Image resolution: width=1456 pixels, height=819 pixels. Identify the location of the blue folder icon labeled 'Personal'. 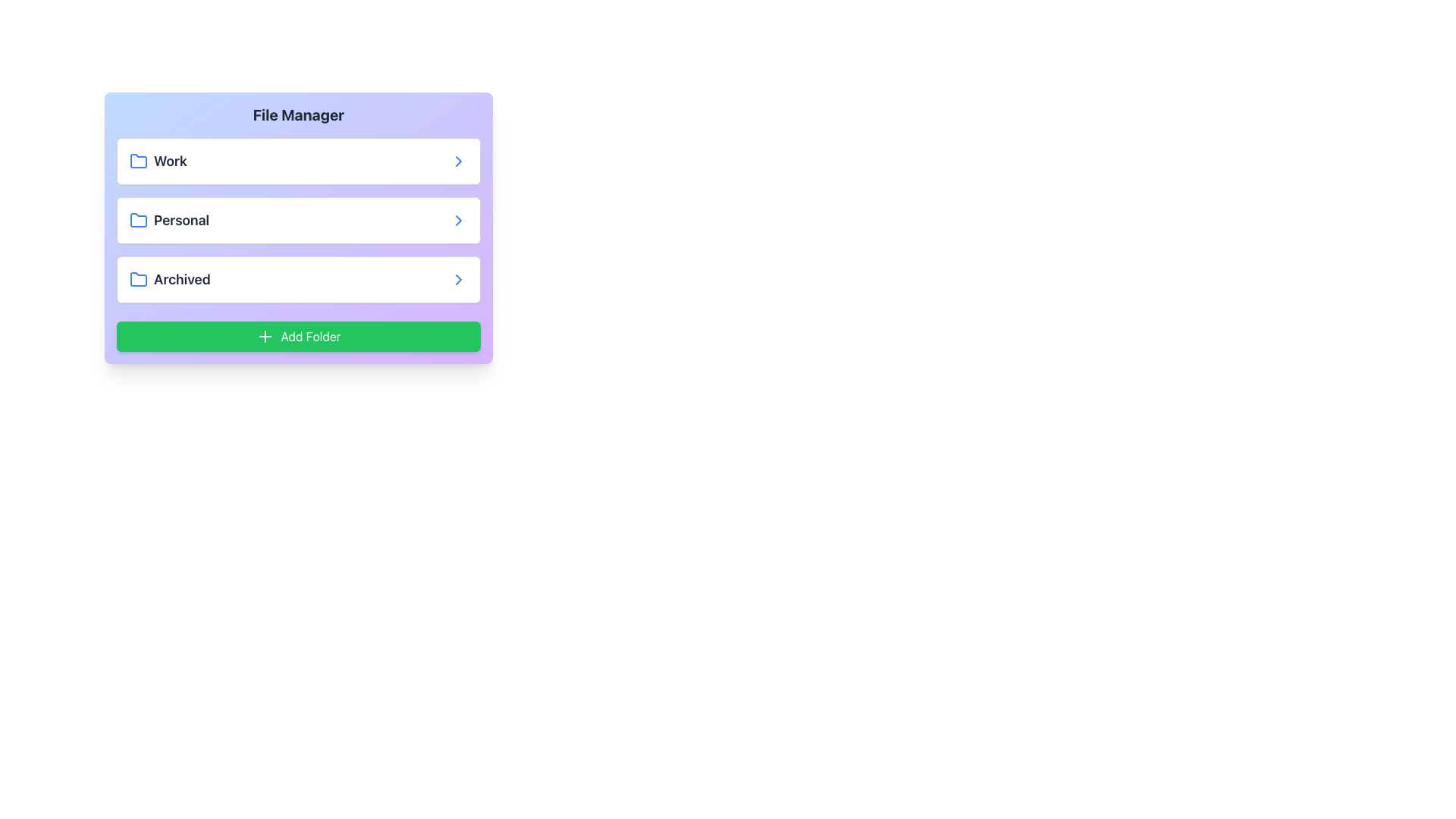
(138, 219).